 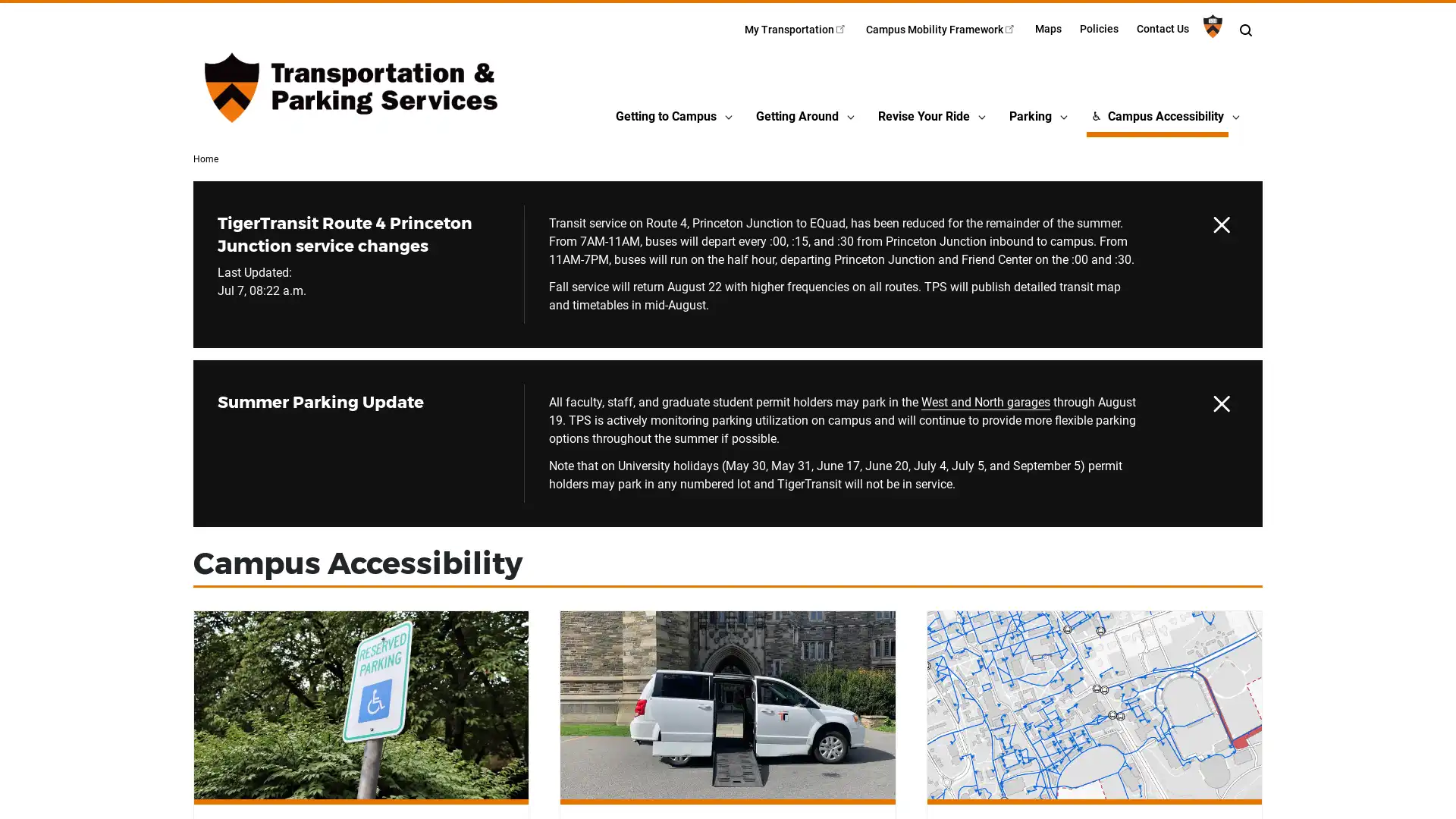 What do you see at coordinates (1236, 116) in the screenshot?
I see `Campus AccessibilitySubmenu` at bounding box center [1236, 116].